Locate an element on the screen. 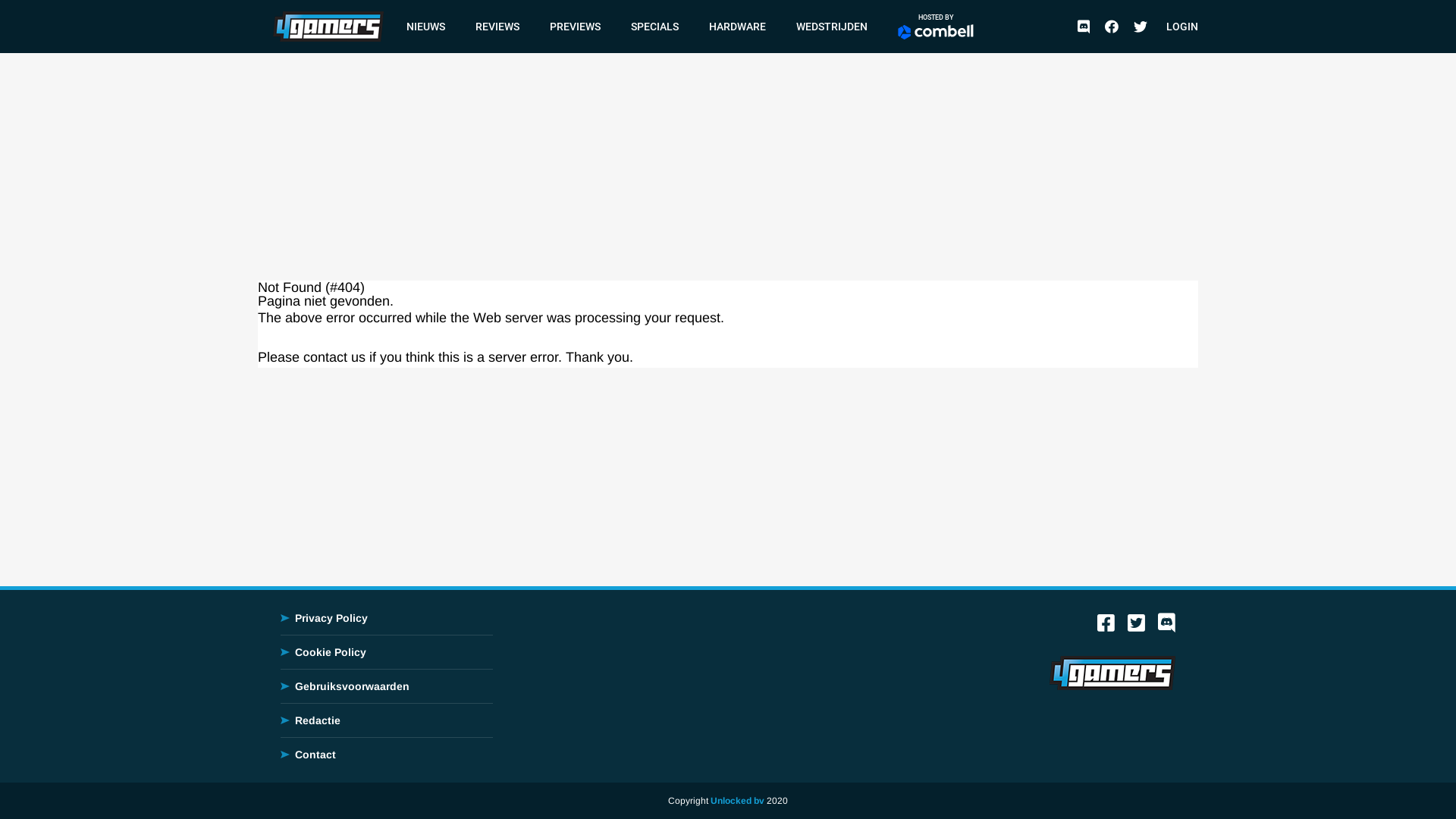 Image resolution: width=1456 pixels, height=819 pixels. 'LOGIN' is located at coordinates (1181, 26).